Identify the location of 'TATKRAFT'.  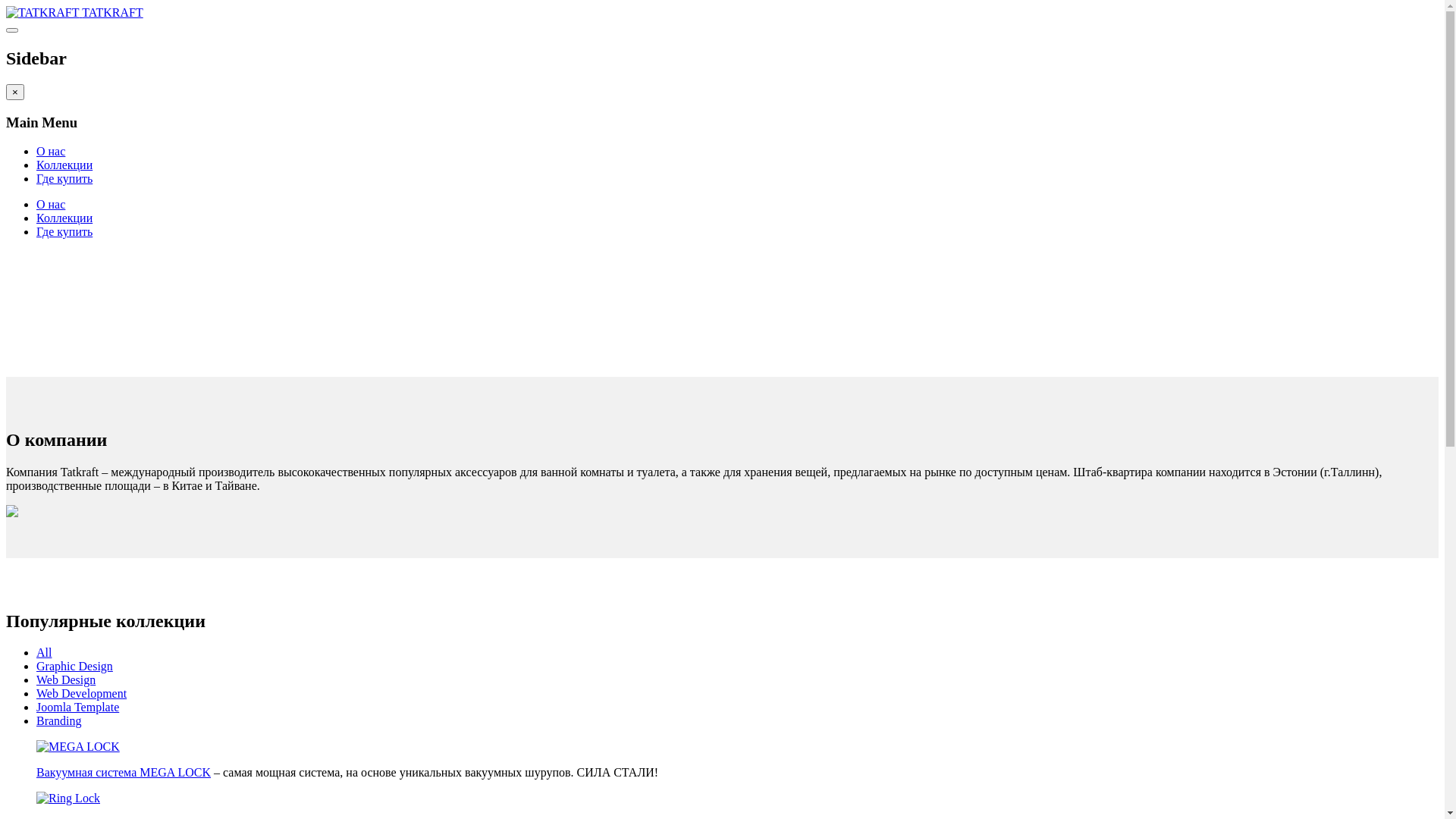
(74, 12).